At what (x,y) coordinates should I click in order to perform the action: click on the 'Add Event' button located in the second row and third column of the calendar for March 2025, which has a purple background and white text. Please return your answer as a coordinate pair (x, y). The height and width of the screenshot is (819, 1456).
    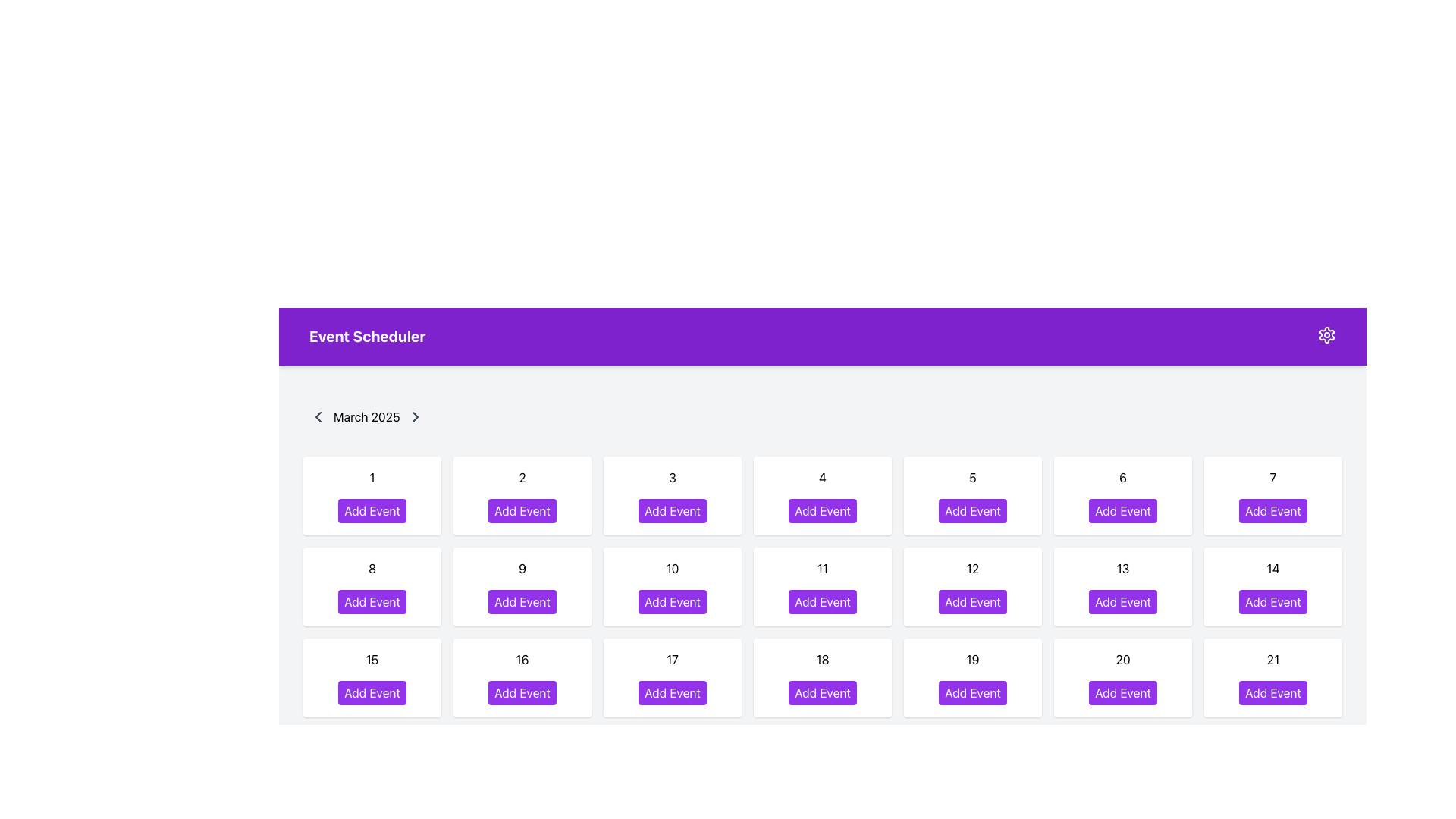
    Looking at the image, I should click on (672, 693).